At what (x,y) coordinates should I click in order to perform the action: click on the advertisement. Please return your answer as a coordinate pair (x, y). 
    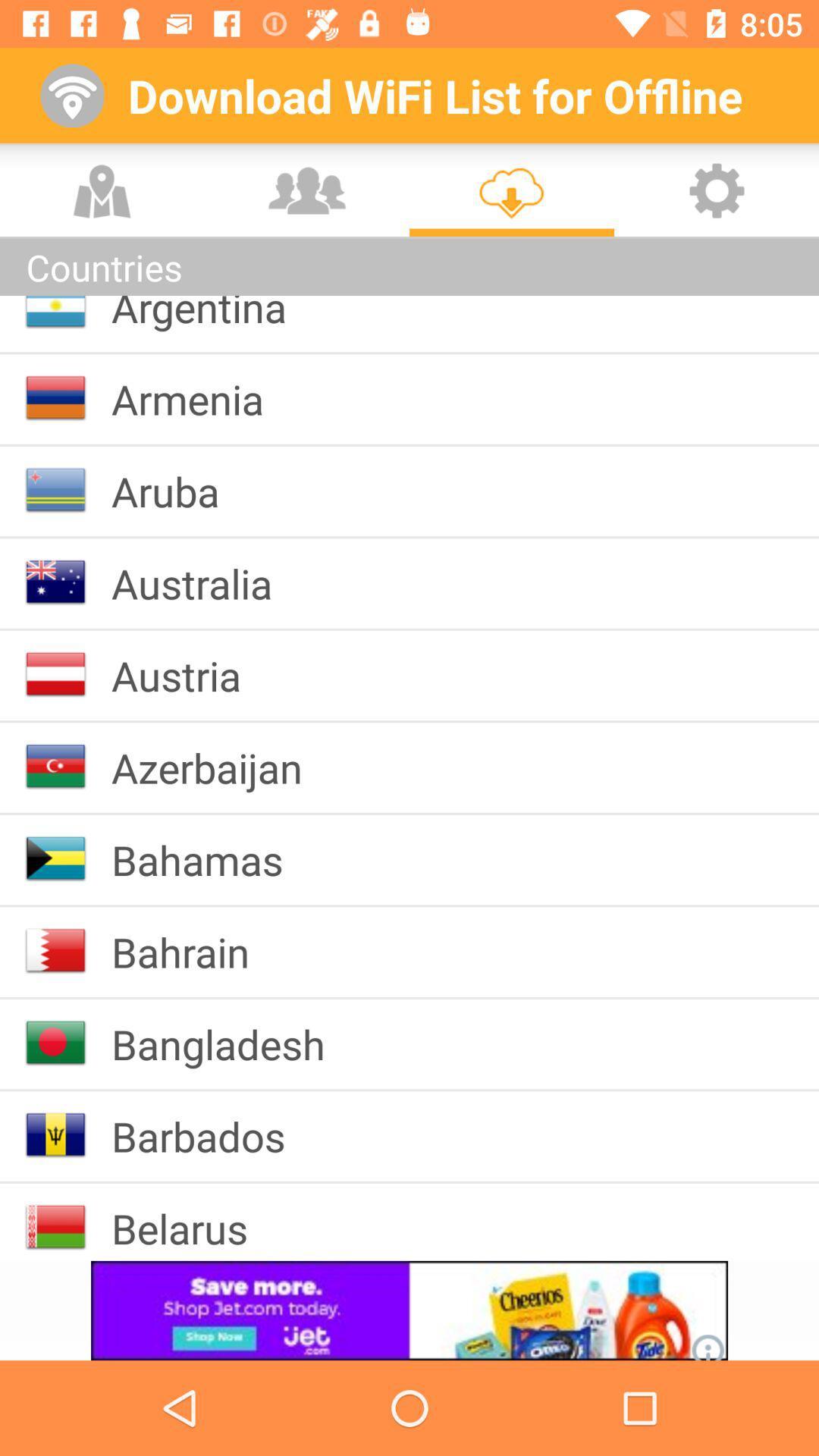
    Looking at the image, I should click on (409, 1310).